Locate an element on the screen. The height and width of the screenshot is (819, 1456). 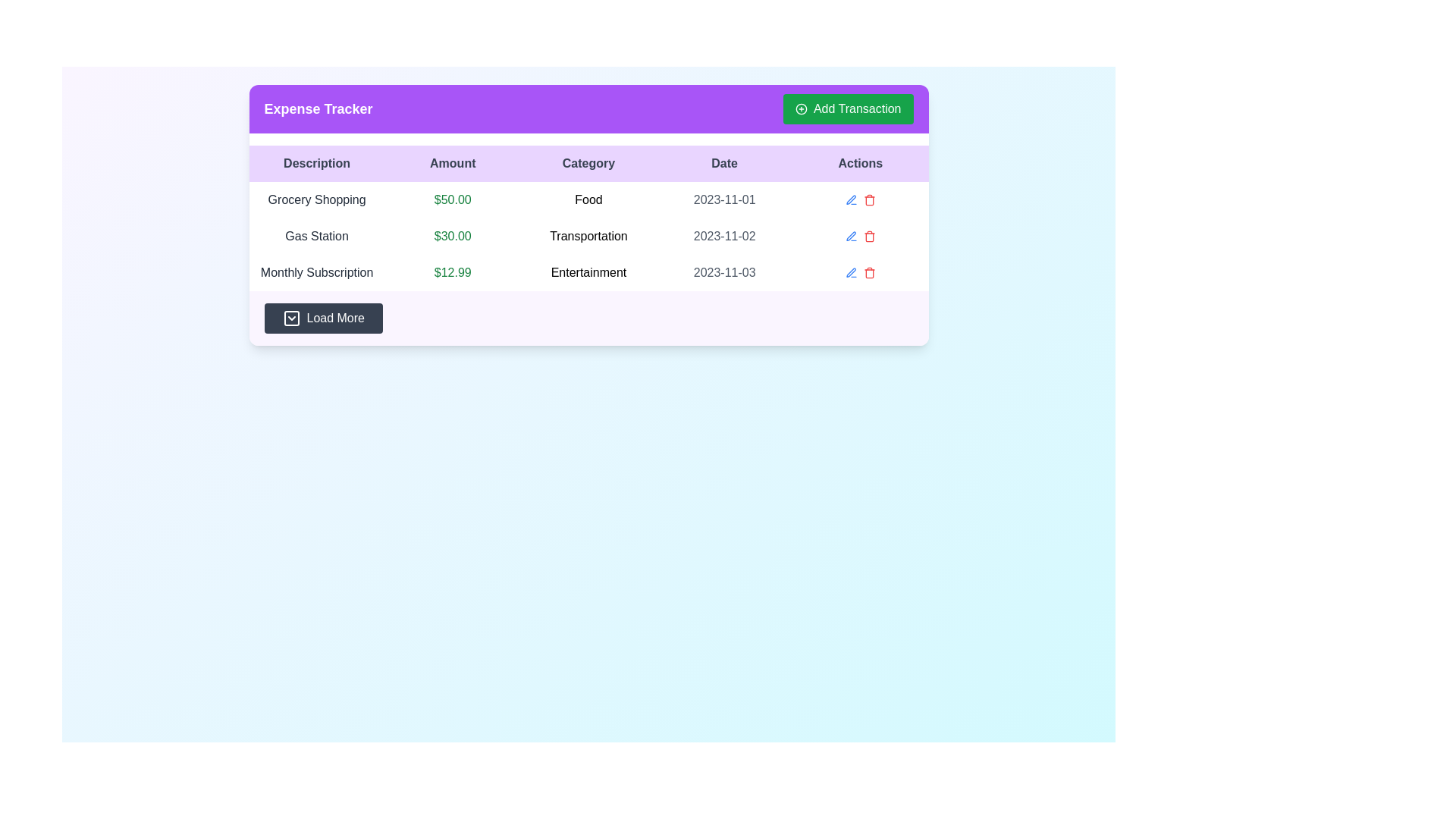
the text label in the first row of the data table under the 'Description' column, which provides clarity about the associated transaction is located at coordinates (316, 199).